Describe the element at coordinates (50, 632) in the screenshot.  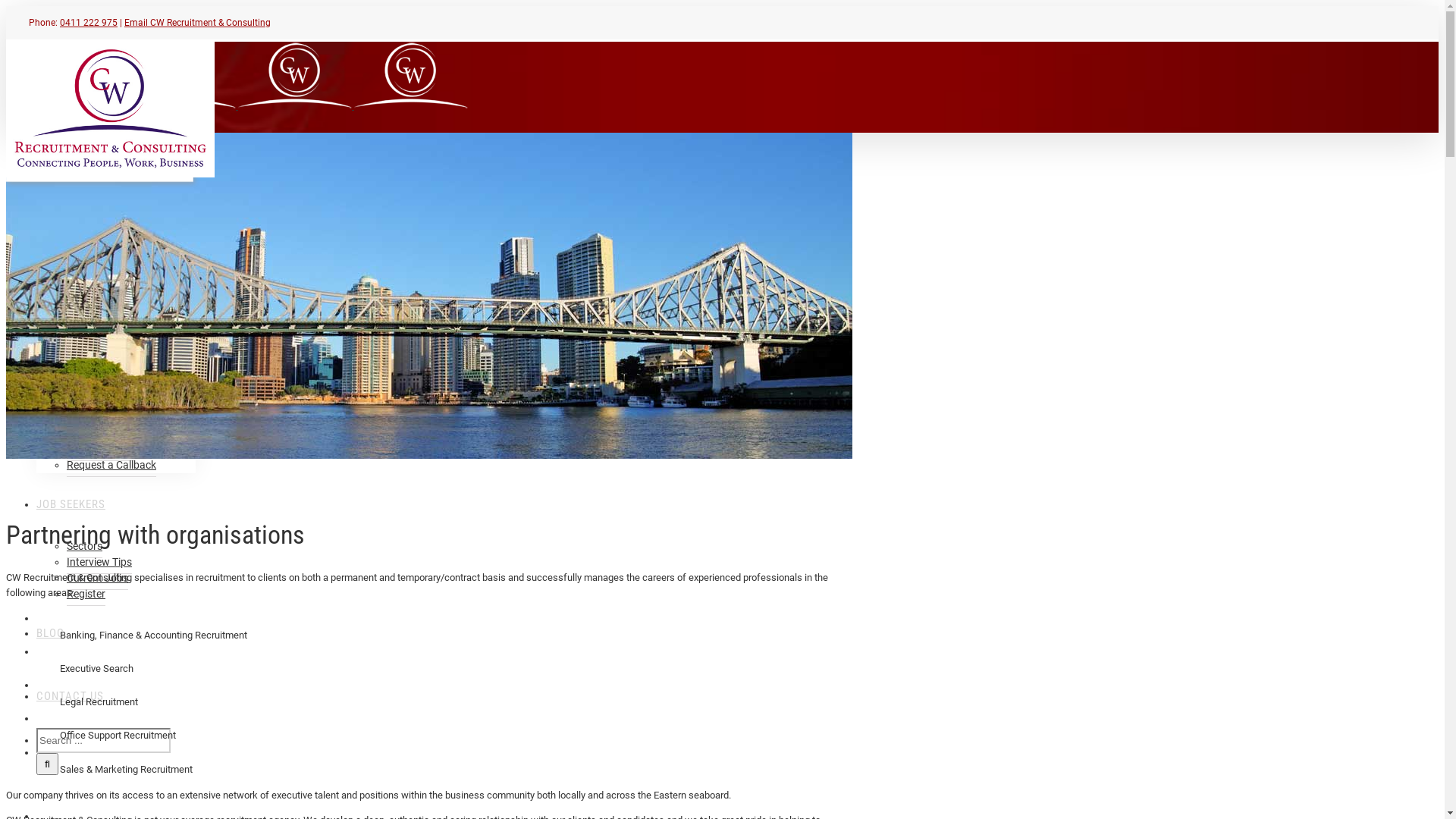
I see `'BLOG'` at that location.